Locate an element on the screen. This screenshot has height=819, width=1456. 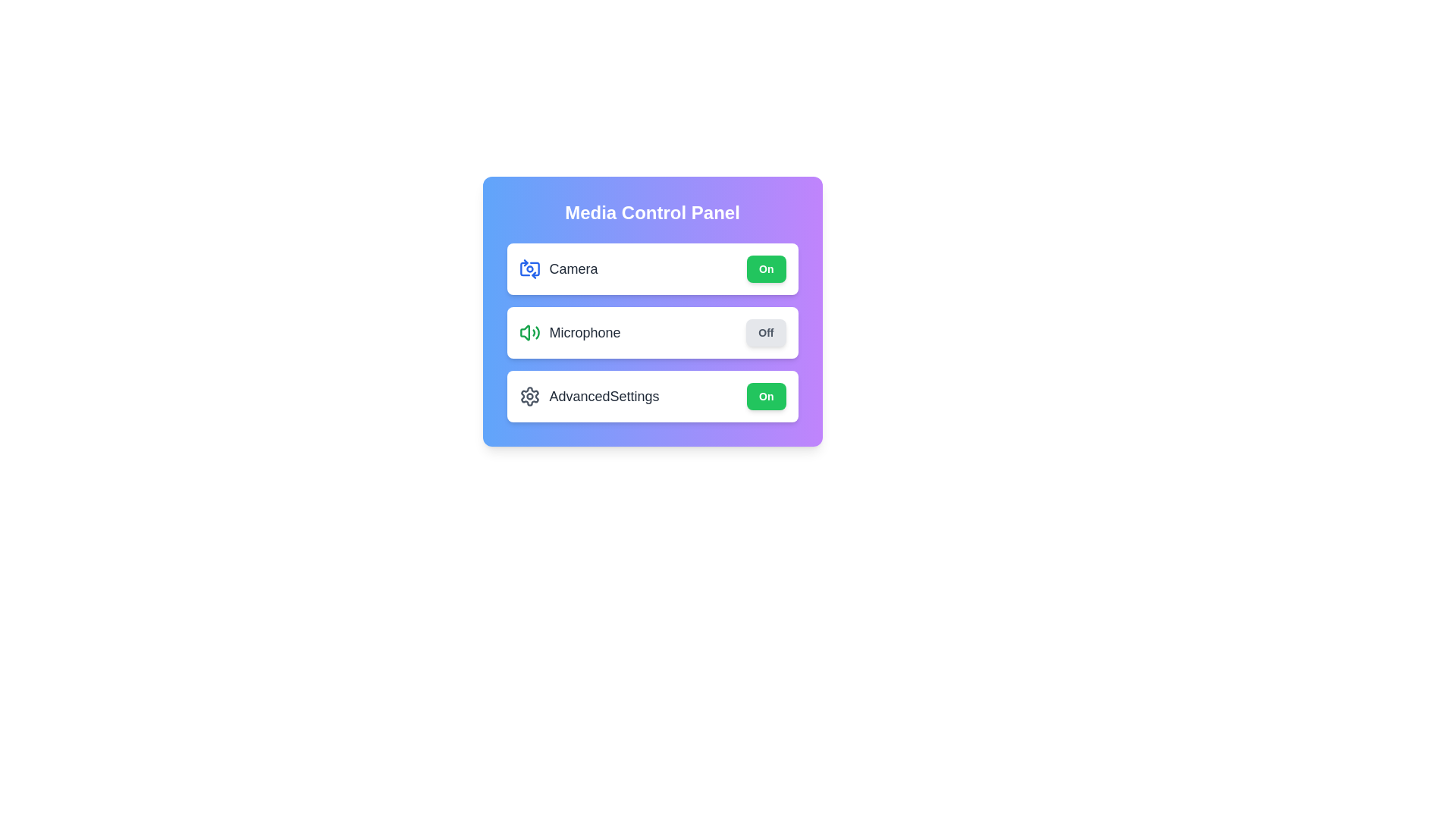
the icons of the controls to inspect their visual representation is located at coordinates (529, 268).